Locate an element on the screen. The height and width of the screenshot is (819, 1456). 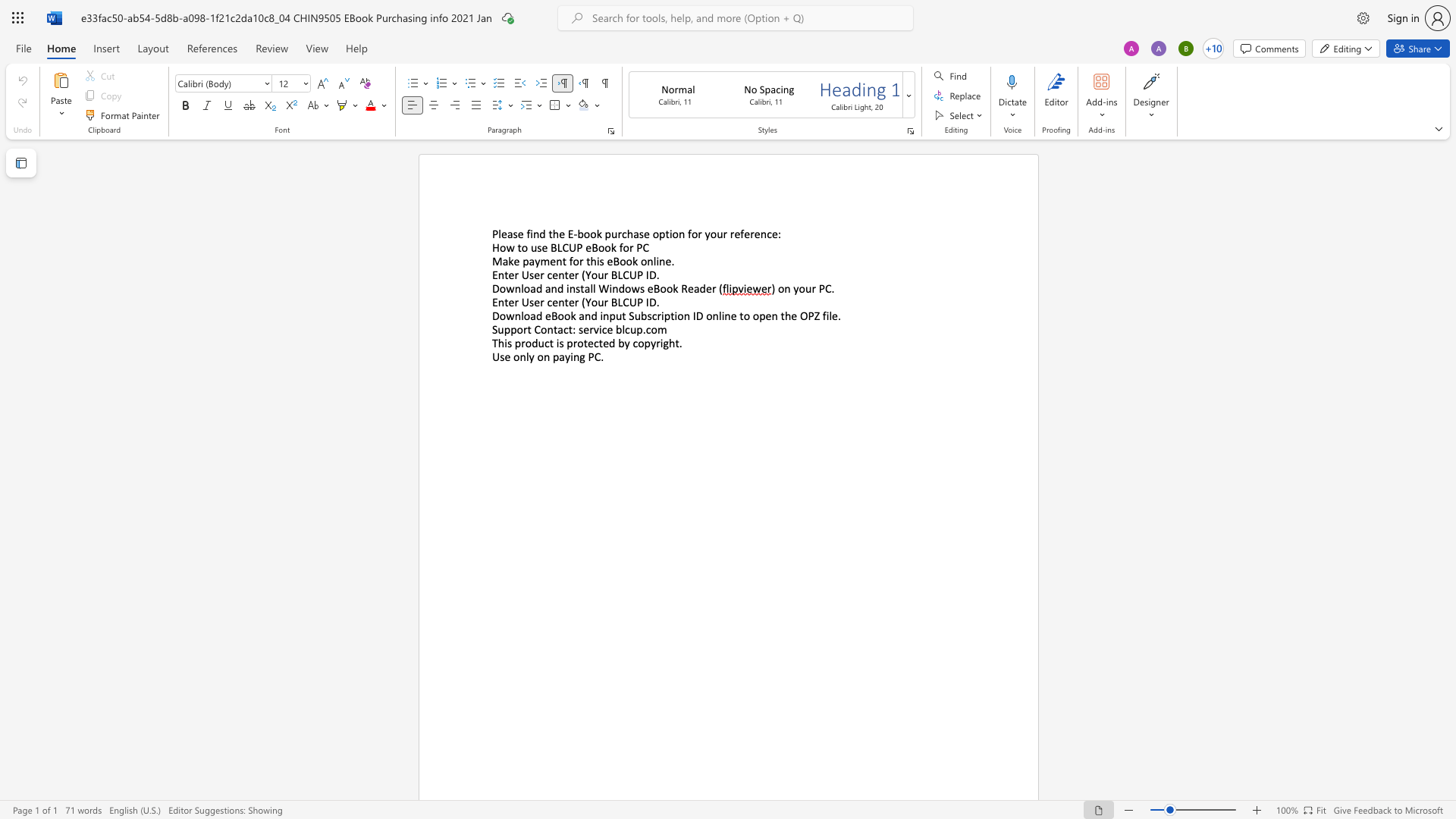
the space between the continuous character "E" and "-" in the text is located at coordinates (572, 234).